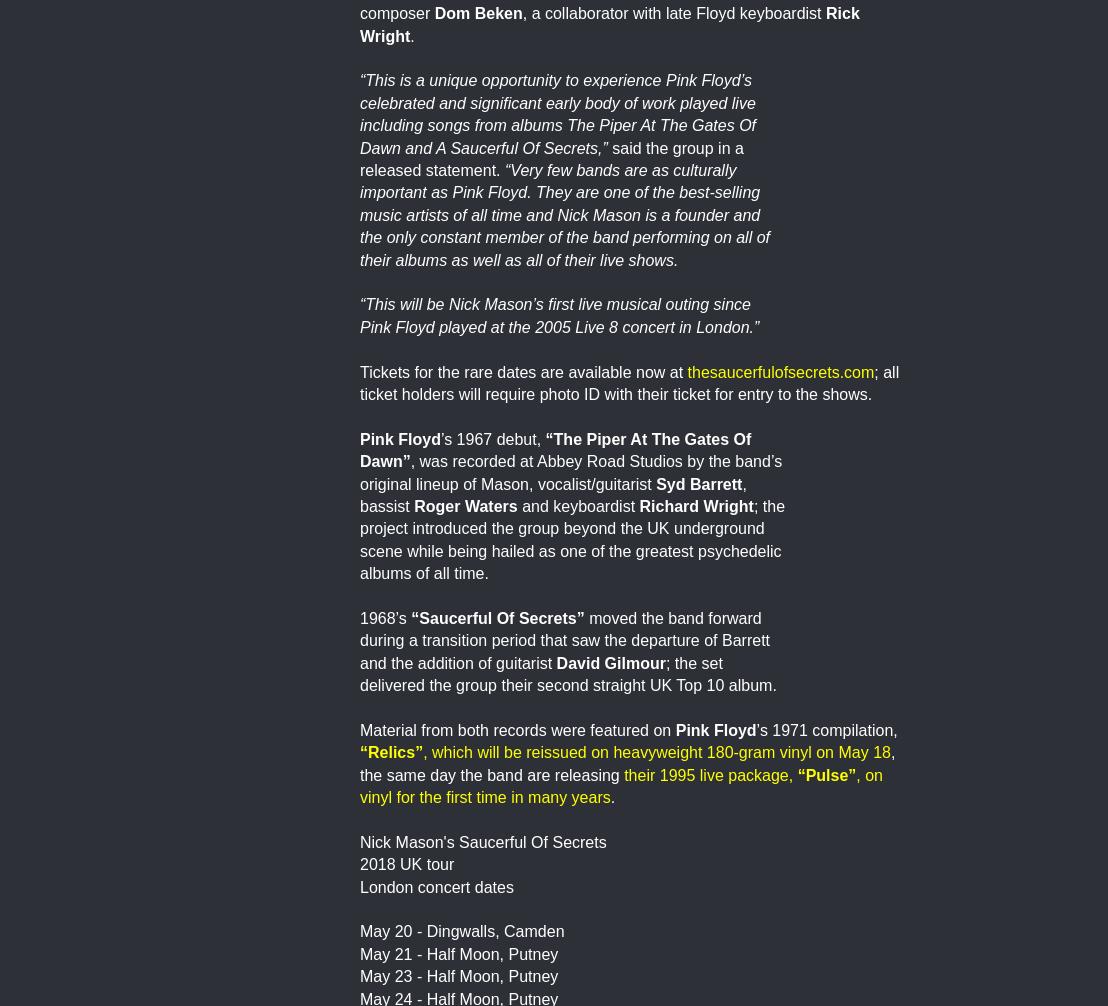 This screenshot has height=1006, width=1108. Describe the element at coordinates (358, 113) in the screenshot. I see `'“This is a unique opportunity to experience Pink Floyd’s celebrated and significant early body of work played live including songs from albums The Piper At The Gates Of Dawn and A Saucerful Of Secrets,”'` at that location.